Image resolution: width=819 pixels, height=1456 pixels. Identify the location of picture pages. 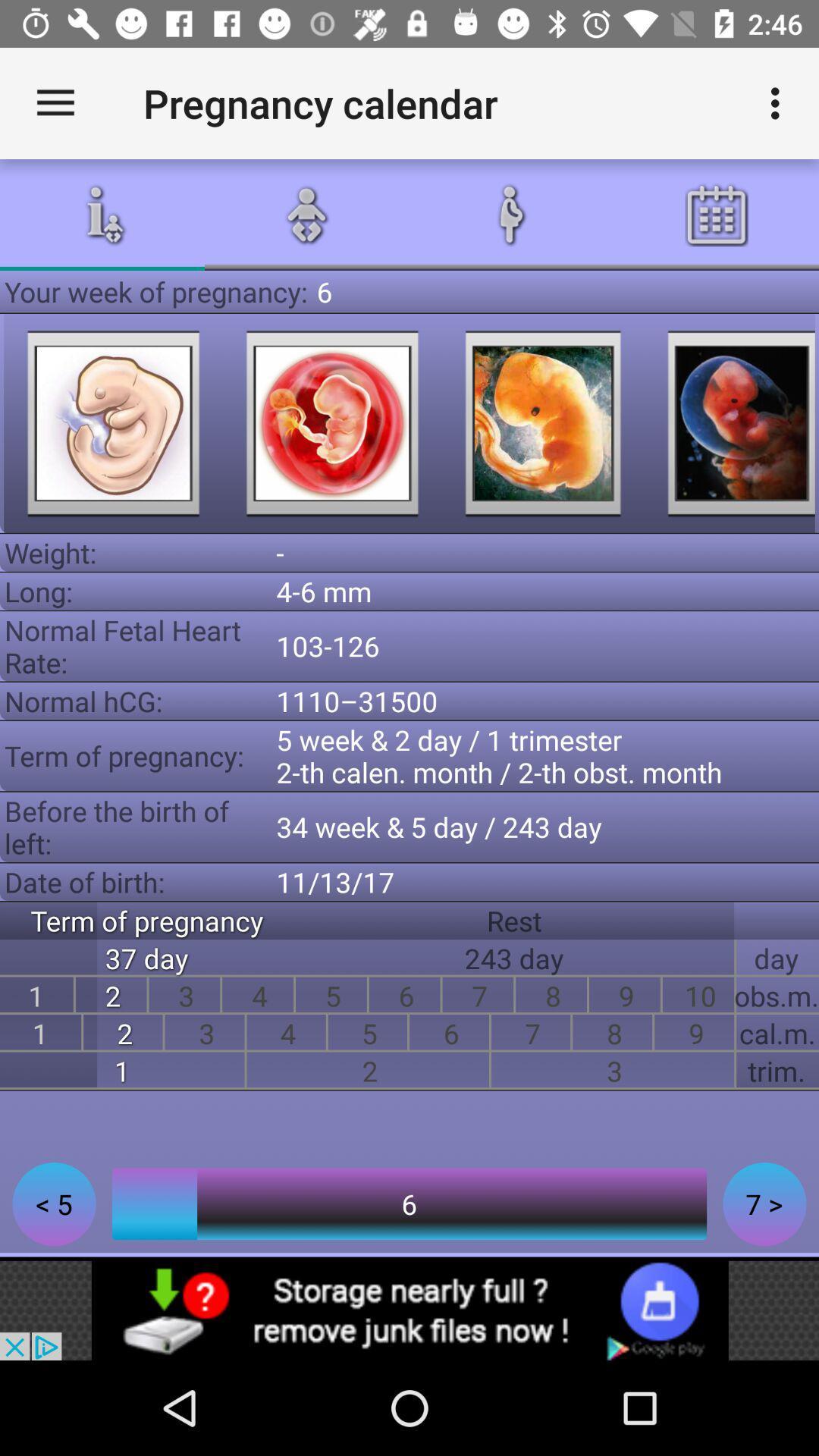
(112, 423).